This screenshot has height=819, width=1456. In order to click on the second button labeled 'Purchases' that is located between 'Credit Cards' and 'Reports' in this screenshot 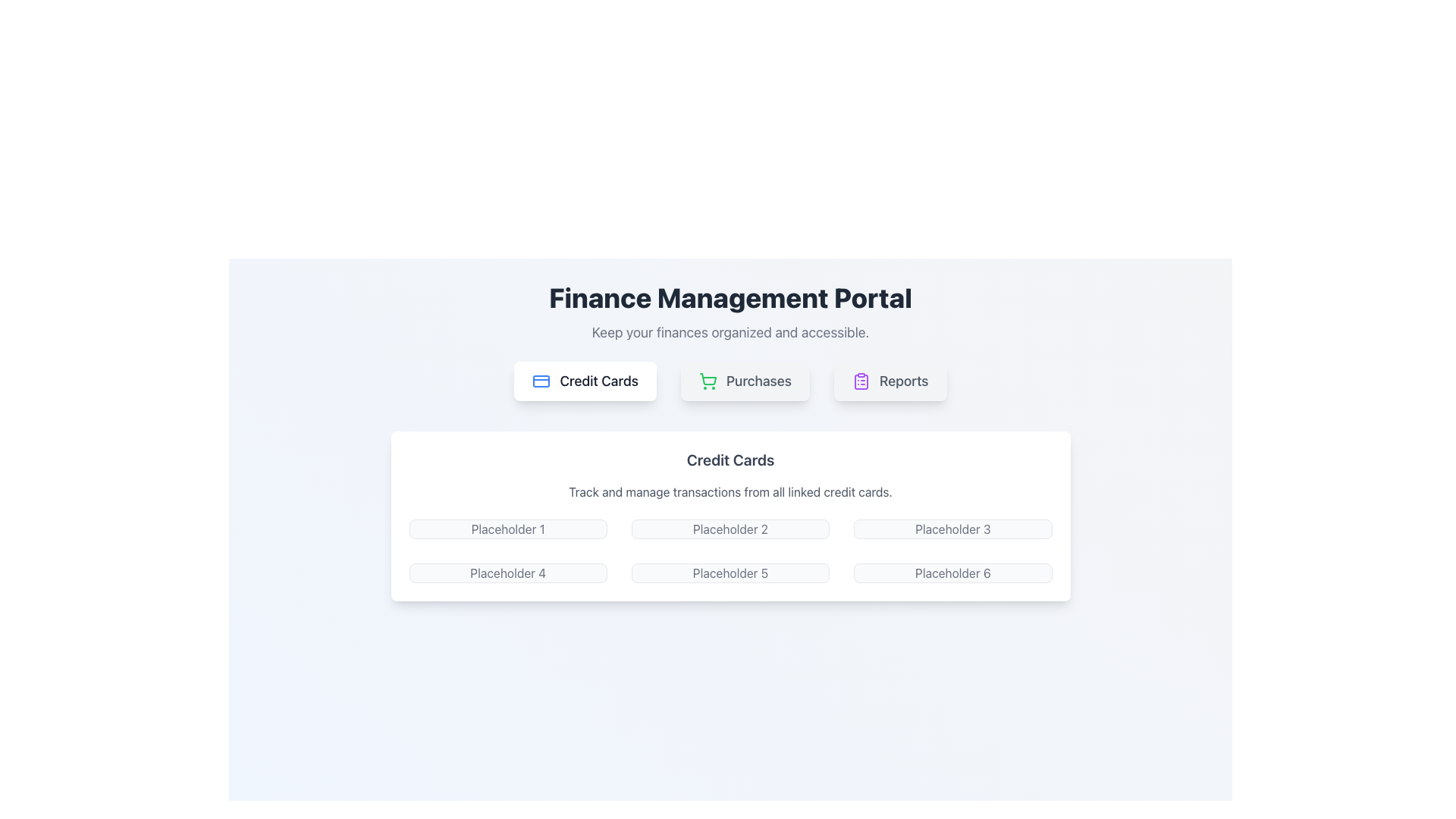, I will do `click(745, 380)`.